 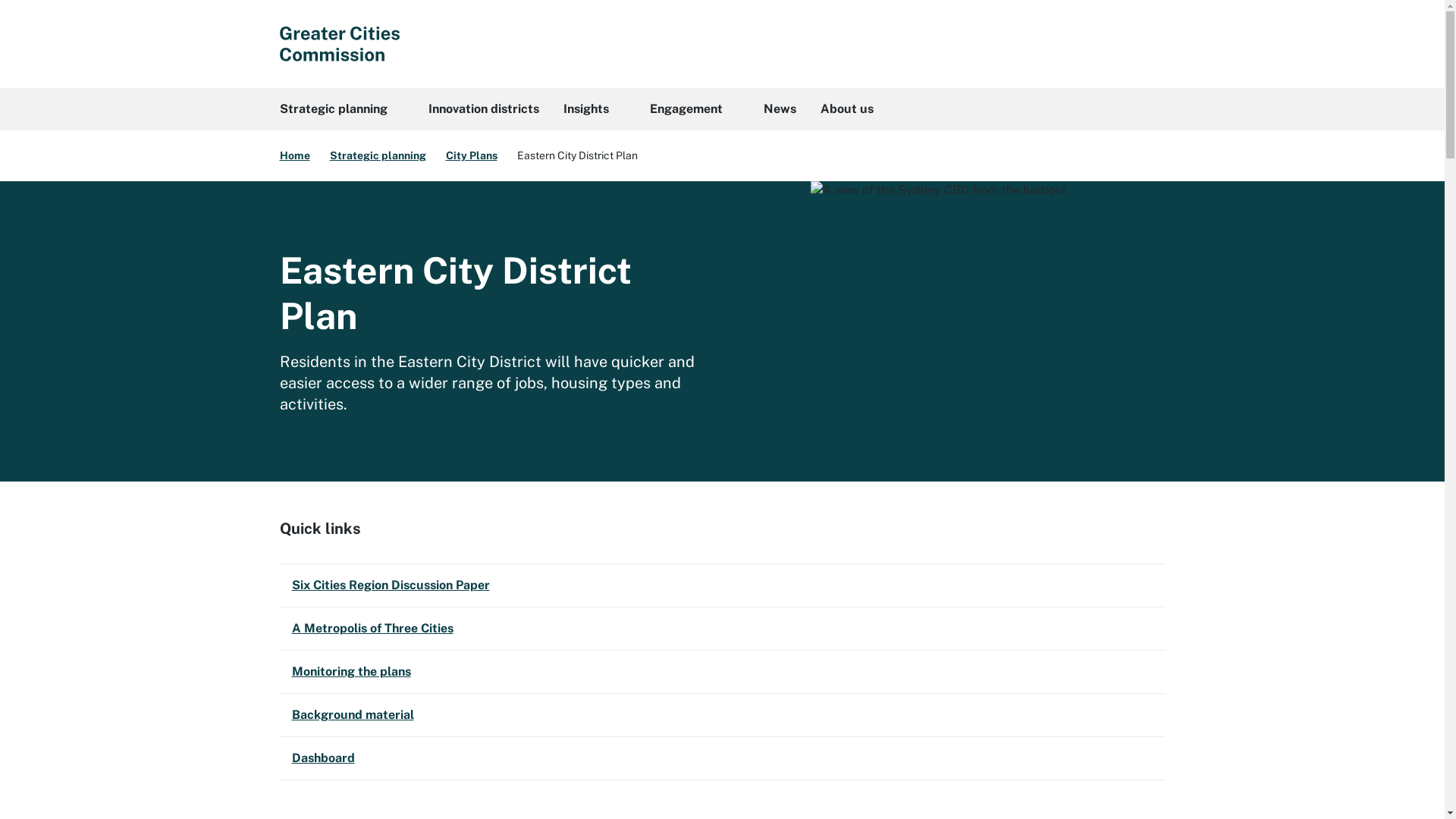 What do you see at coordinates (1147, 42) in the screenshot?
I see `'Show` at bounding box center [1147, 42].